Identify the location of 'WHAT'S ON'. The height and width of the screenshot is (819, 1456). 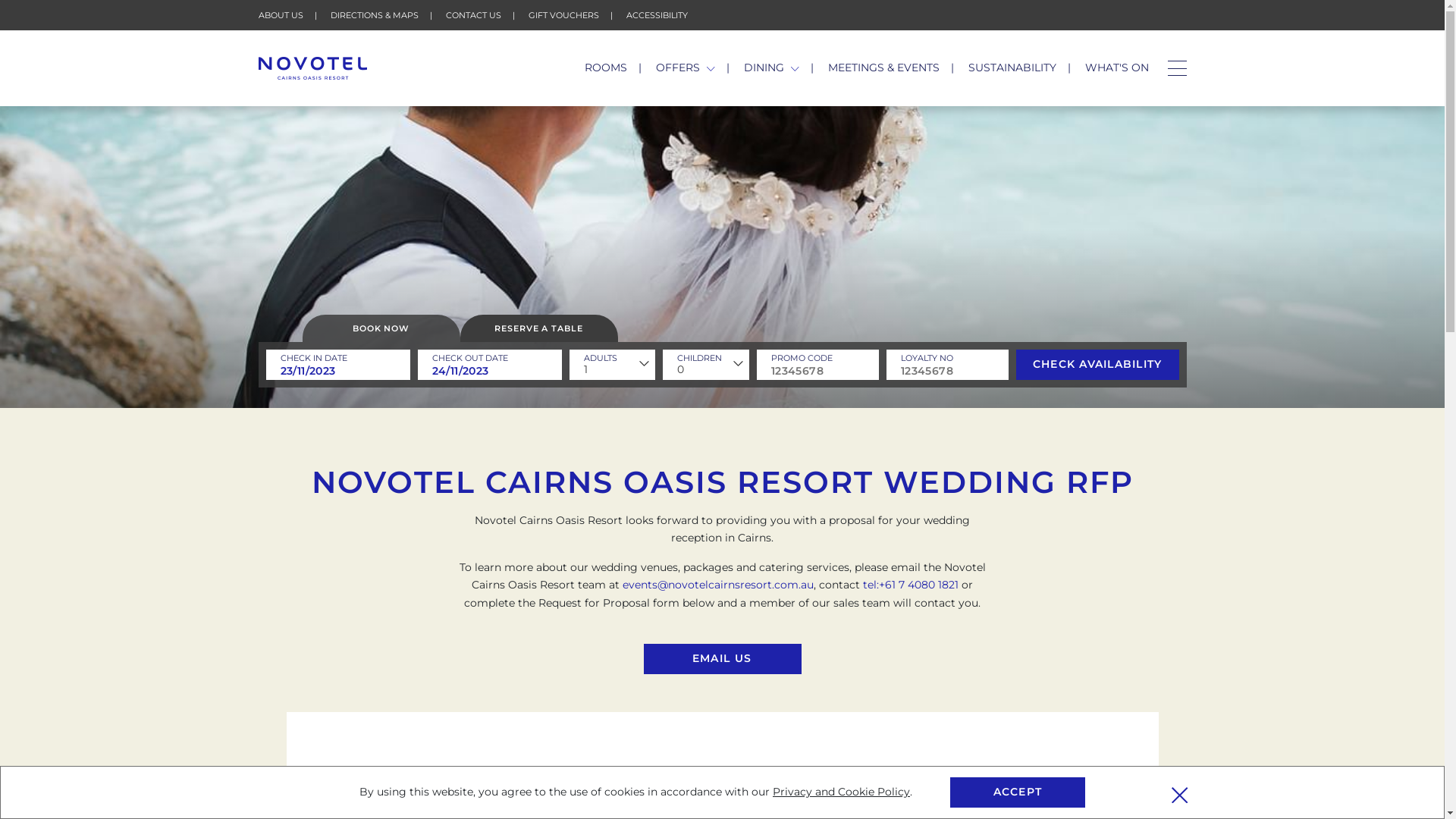
(1116, 67).